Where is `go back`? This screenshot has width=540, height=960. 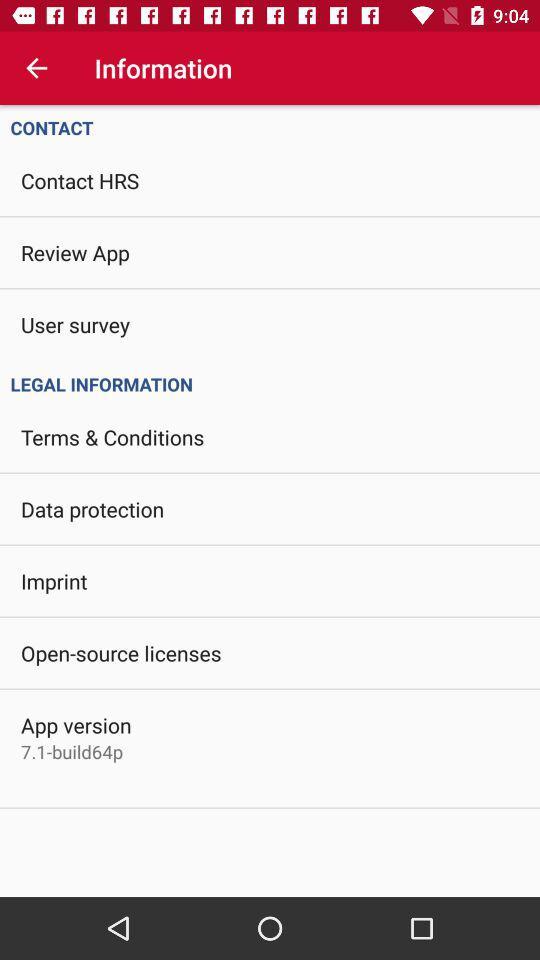
go back is located at coordinates (36, 68).